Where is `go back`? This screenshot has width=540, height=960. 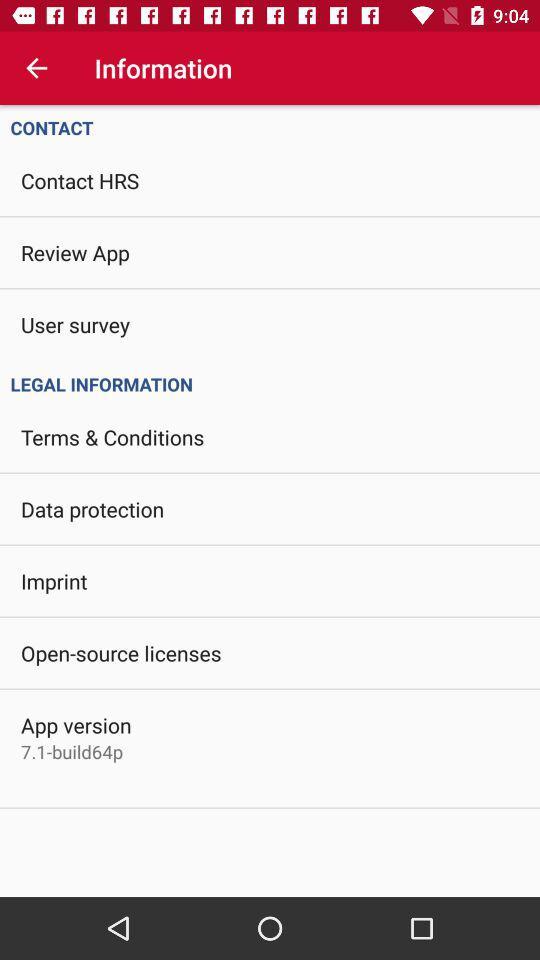
go back is located at coordinates (36, 68).